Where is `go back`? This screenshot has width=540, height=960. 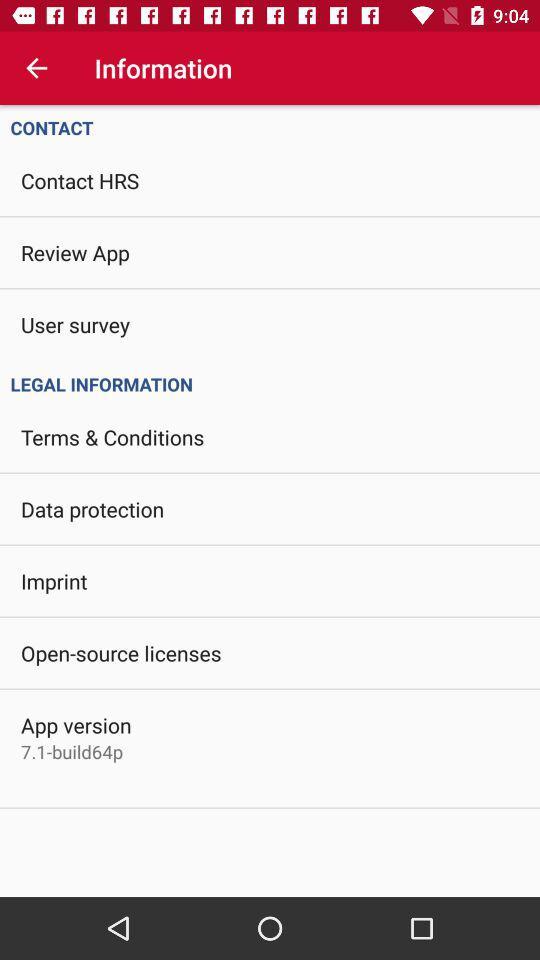
go back is located at coordinates (36, 68).